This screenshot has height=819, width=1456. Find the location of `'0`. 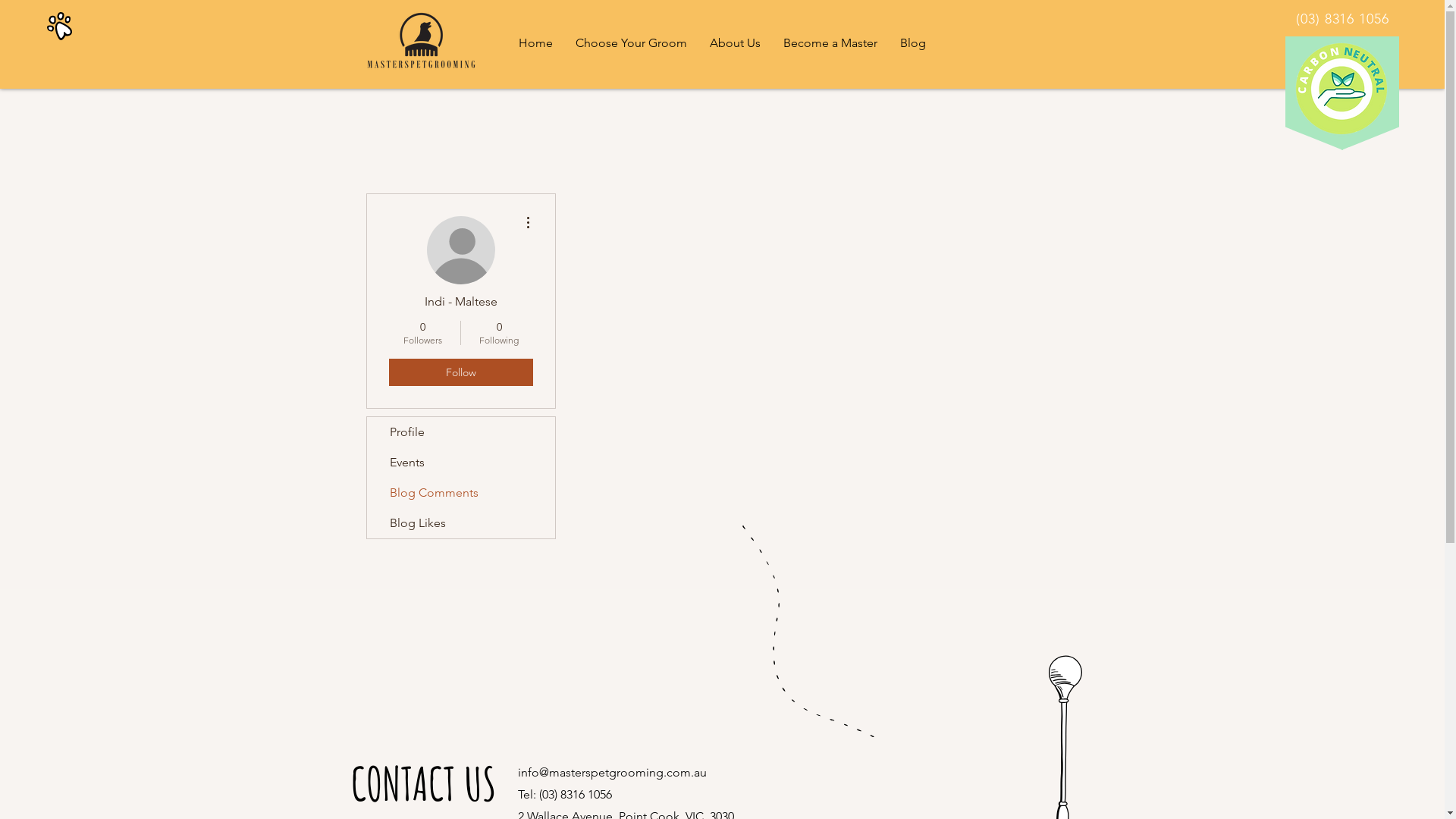

'0 is located at coordinates (499, 332).